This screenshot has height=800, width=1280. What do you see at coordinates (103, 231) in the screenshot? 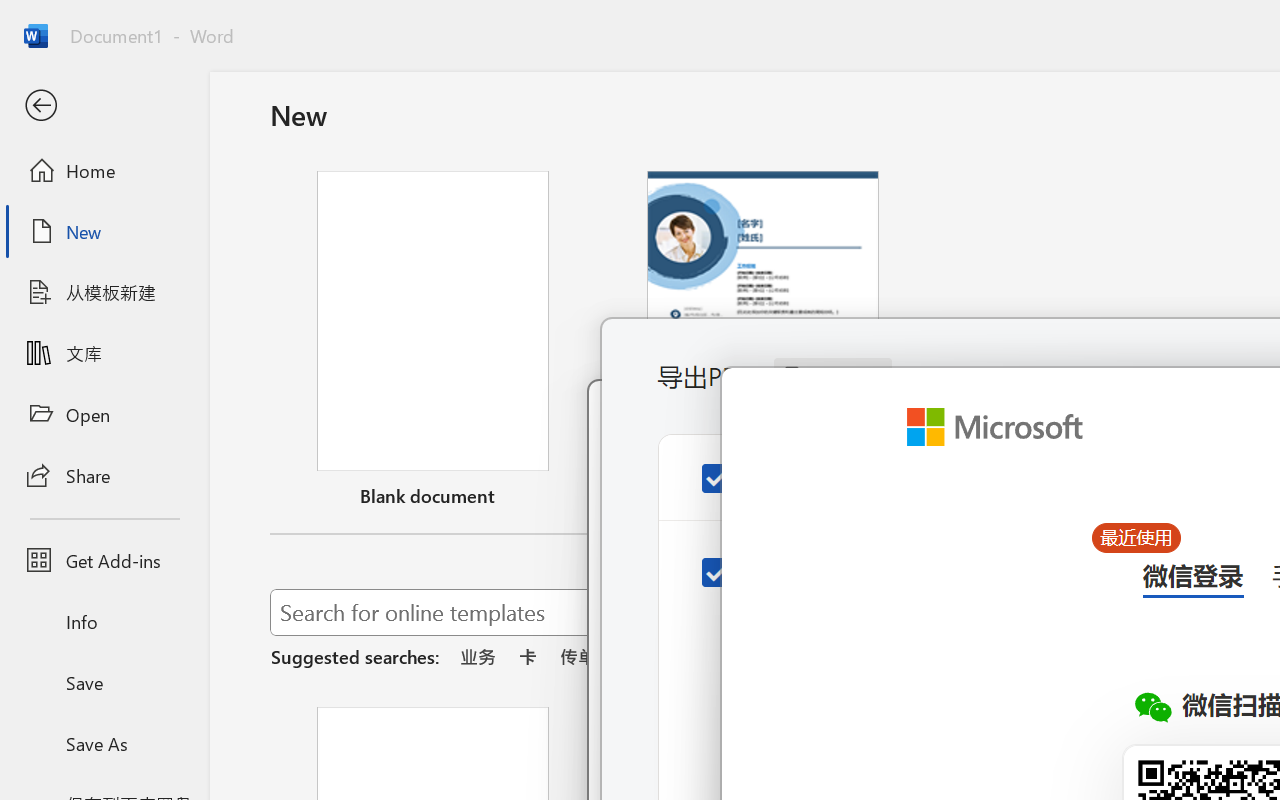
I see `'New'` at bounding box center [103, 231].